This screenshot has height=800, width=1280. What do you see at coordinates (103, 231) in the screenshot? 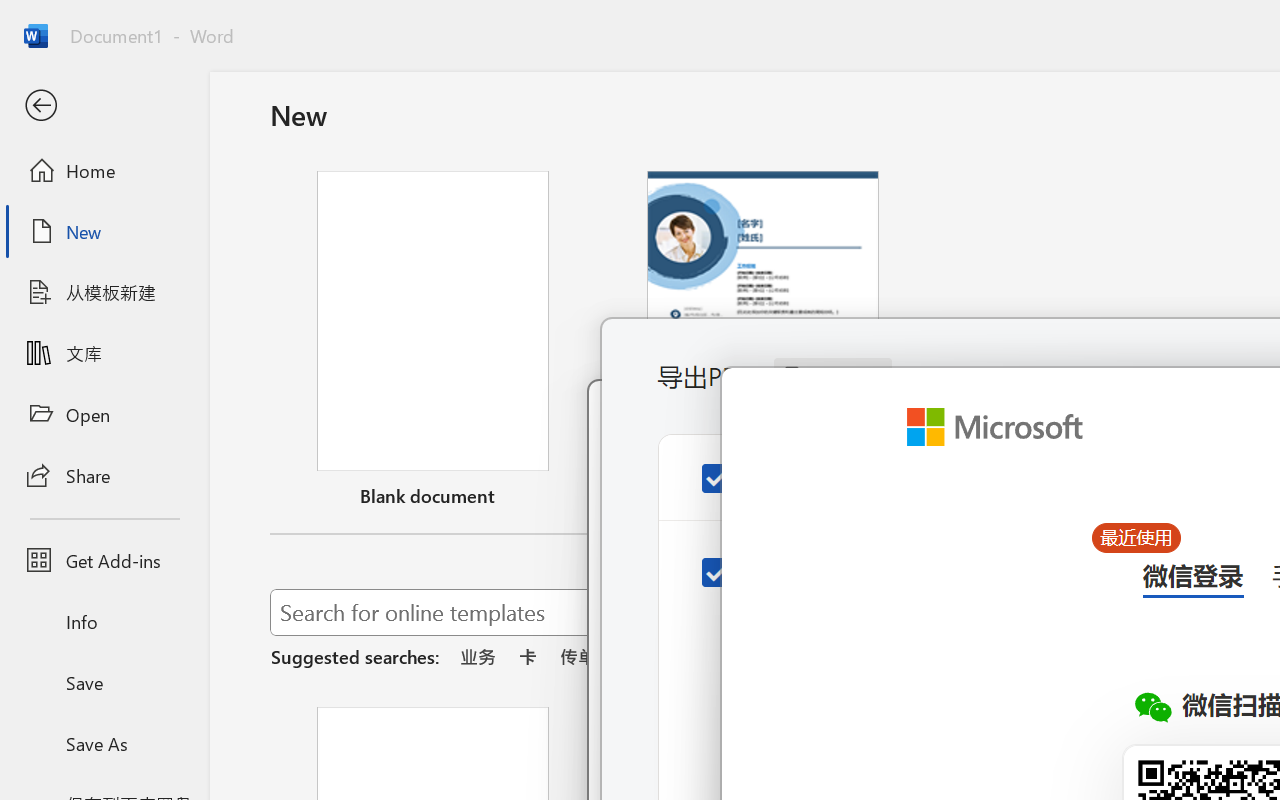
I see `'New'` at bounding box center [103, 231].